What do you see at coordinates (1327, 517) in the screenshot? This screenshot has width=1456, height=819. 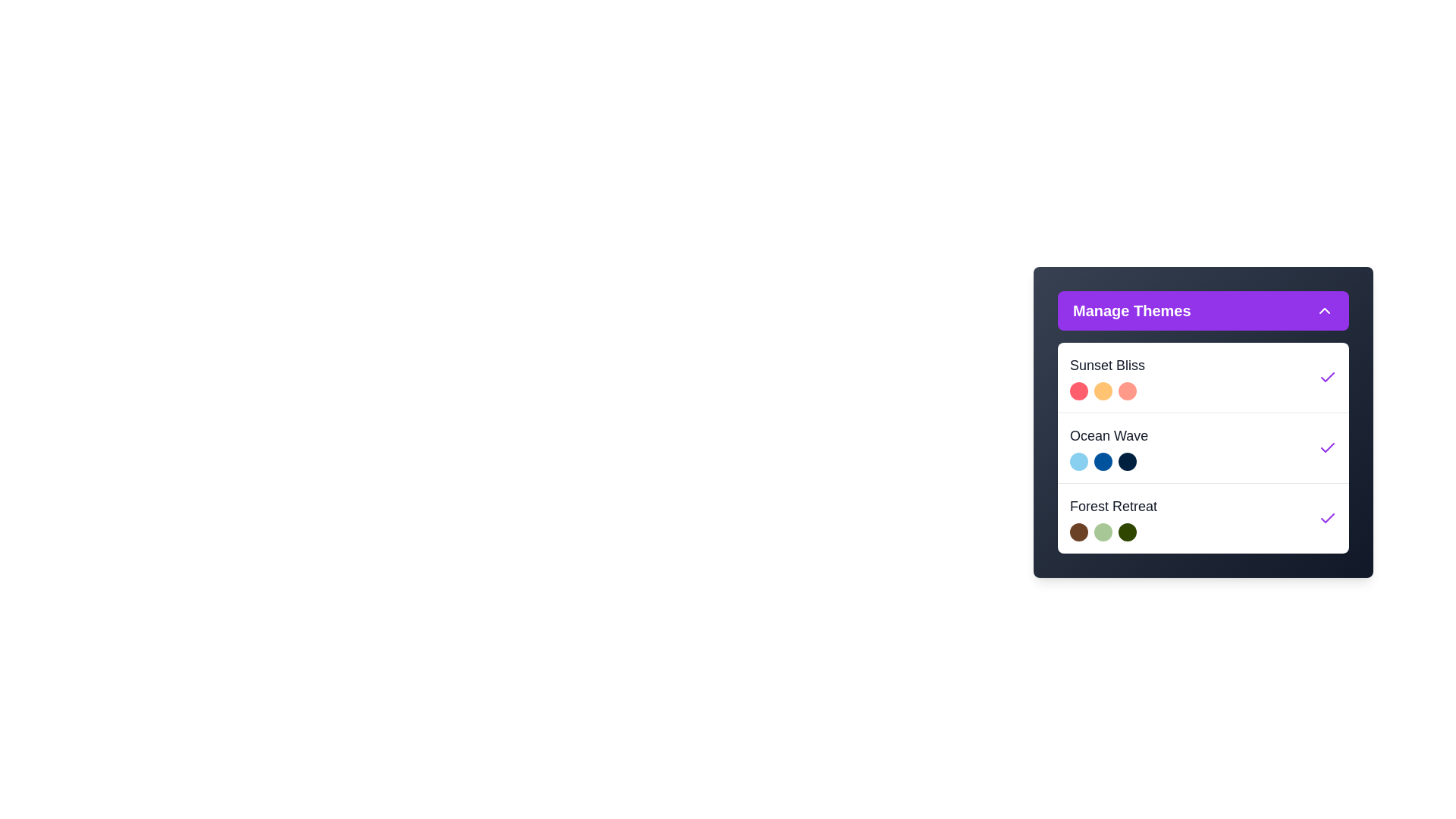 I see `the theme Forest Retreat by clicking its checkmark` at bounding box center [1327, 517].